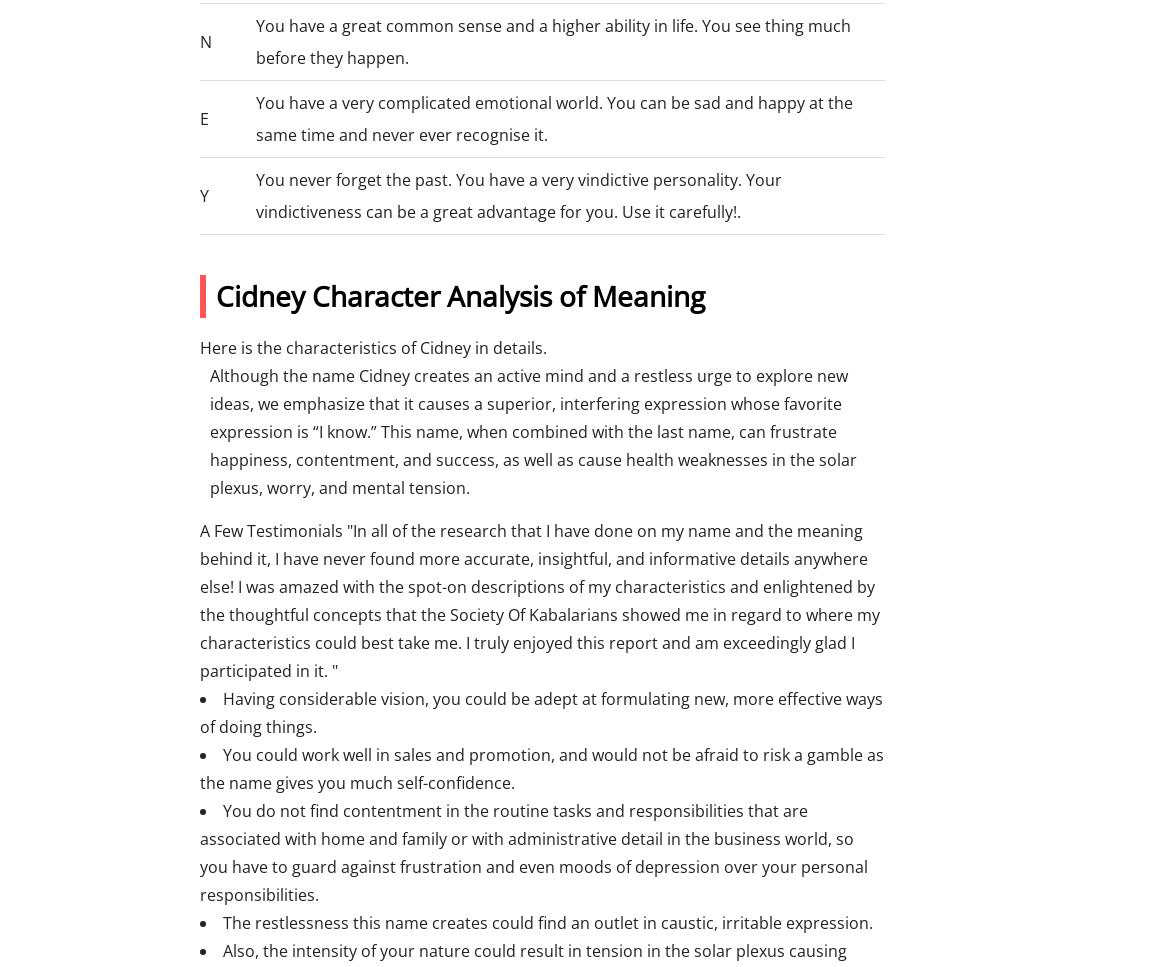  What do you see at coordinates (518, 194) in the screenshot?
I see `'You never forget the past. You have a very vindictive personality. Your vindictiveness can be a great advantage for you. Use it carefully!.'` at bounding box center [518, 194].